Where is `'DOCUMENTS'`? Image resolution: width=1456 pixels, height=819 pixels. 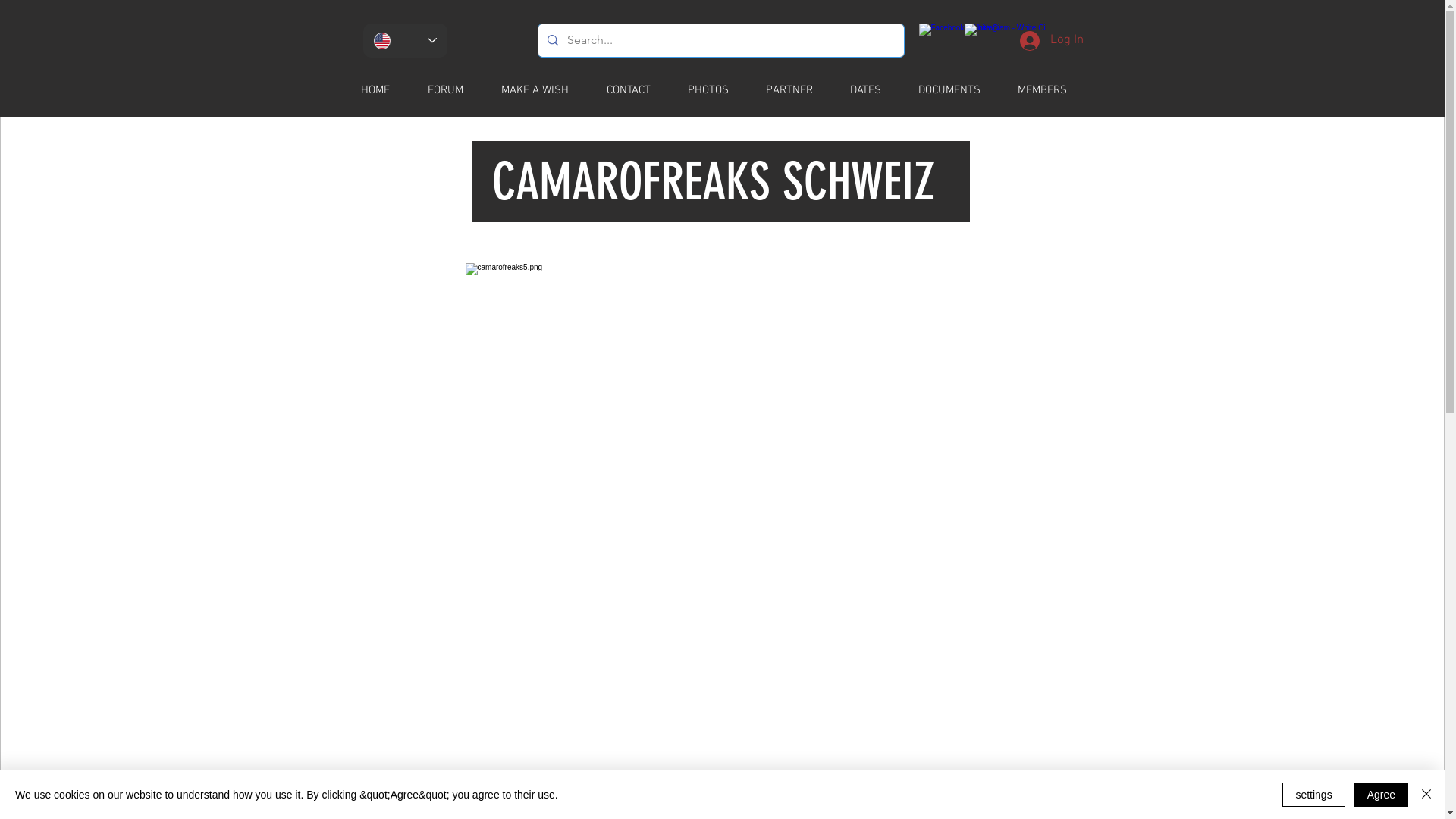 'DOCUMENTS' is located at coordinates (957, 90).